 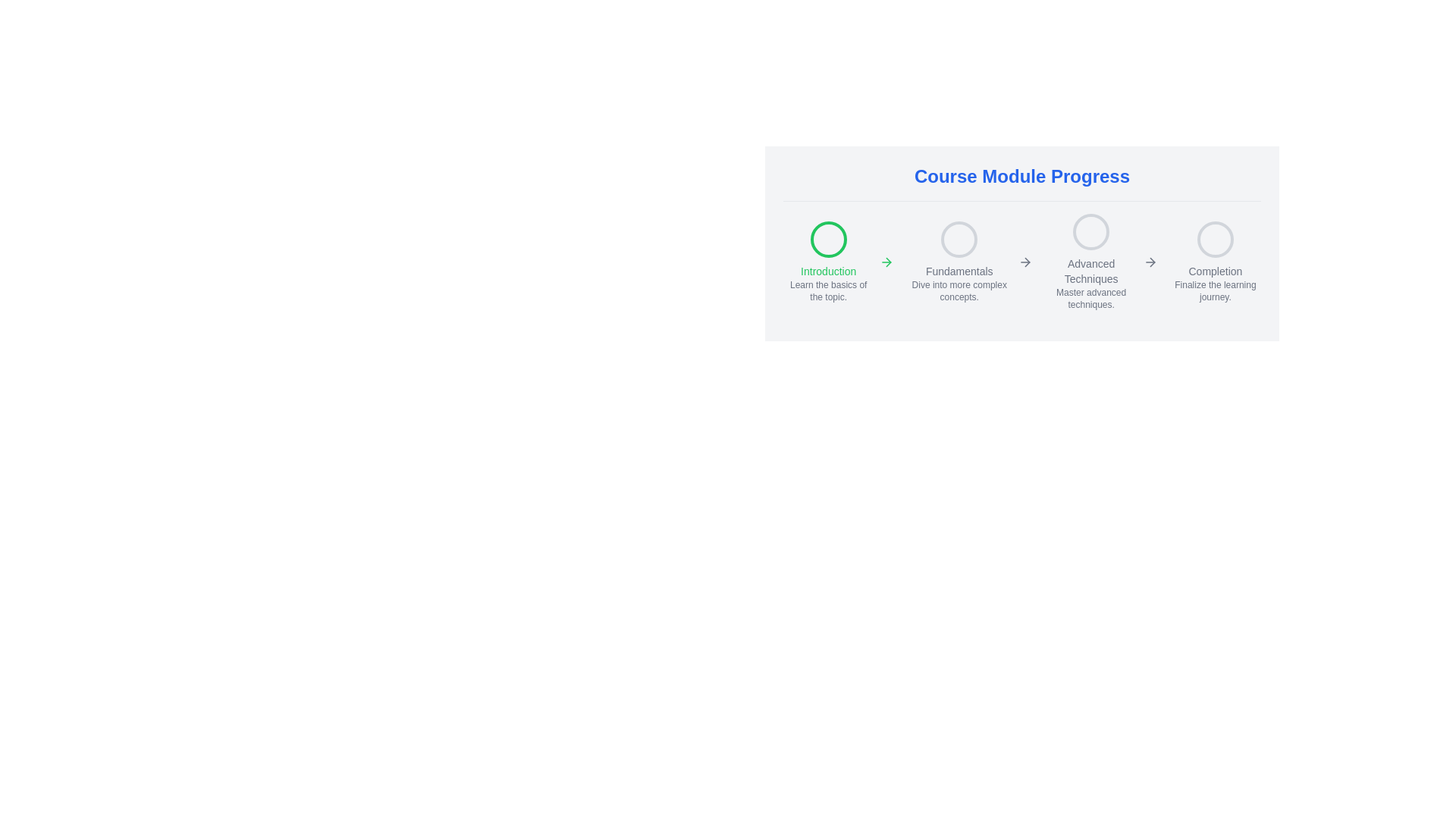 I want to click on the informational module step with the gray circular icon and text lines 'Fundamentals' and 'Dive into more complex concepts.', so click(x=959, y=262).